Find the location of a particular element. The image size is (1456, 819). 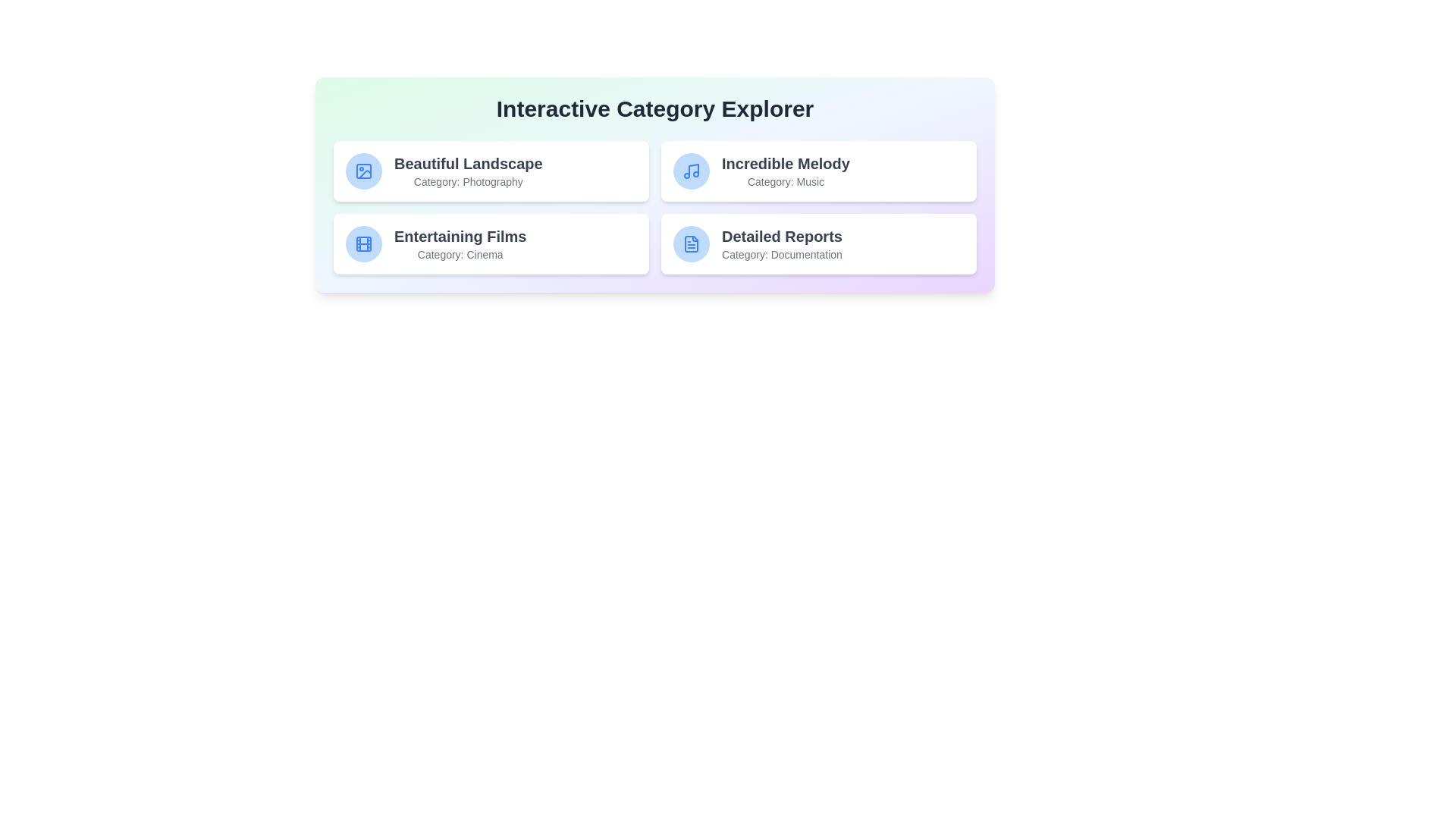

the card with the title Incredible Melody is located at coordinates (818, 171).